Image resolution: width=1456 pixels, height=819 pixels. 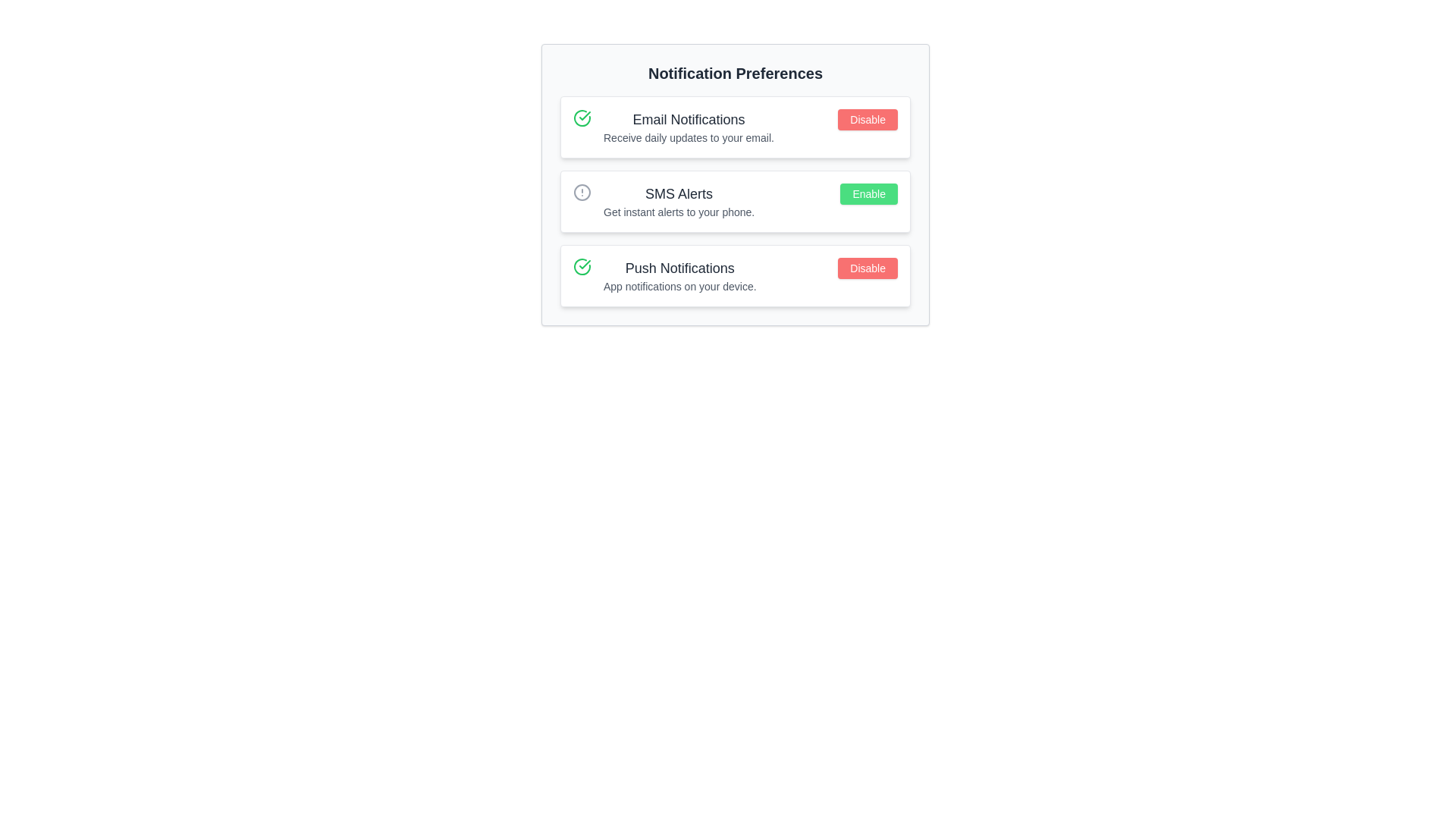 I want to click on the text element displaying 'Receive daily updates to your email.' which is located below the 'Email Notifications' heading in the notification preference panel, so click(x=688, y=137).